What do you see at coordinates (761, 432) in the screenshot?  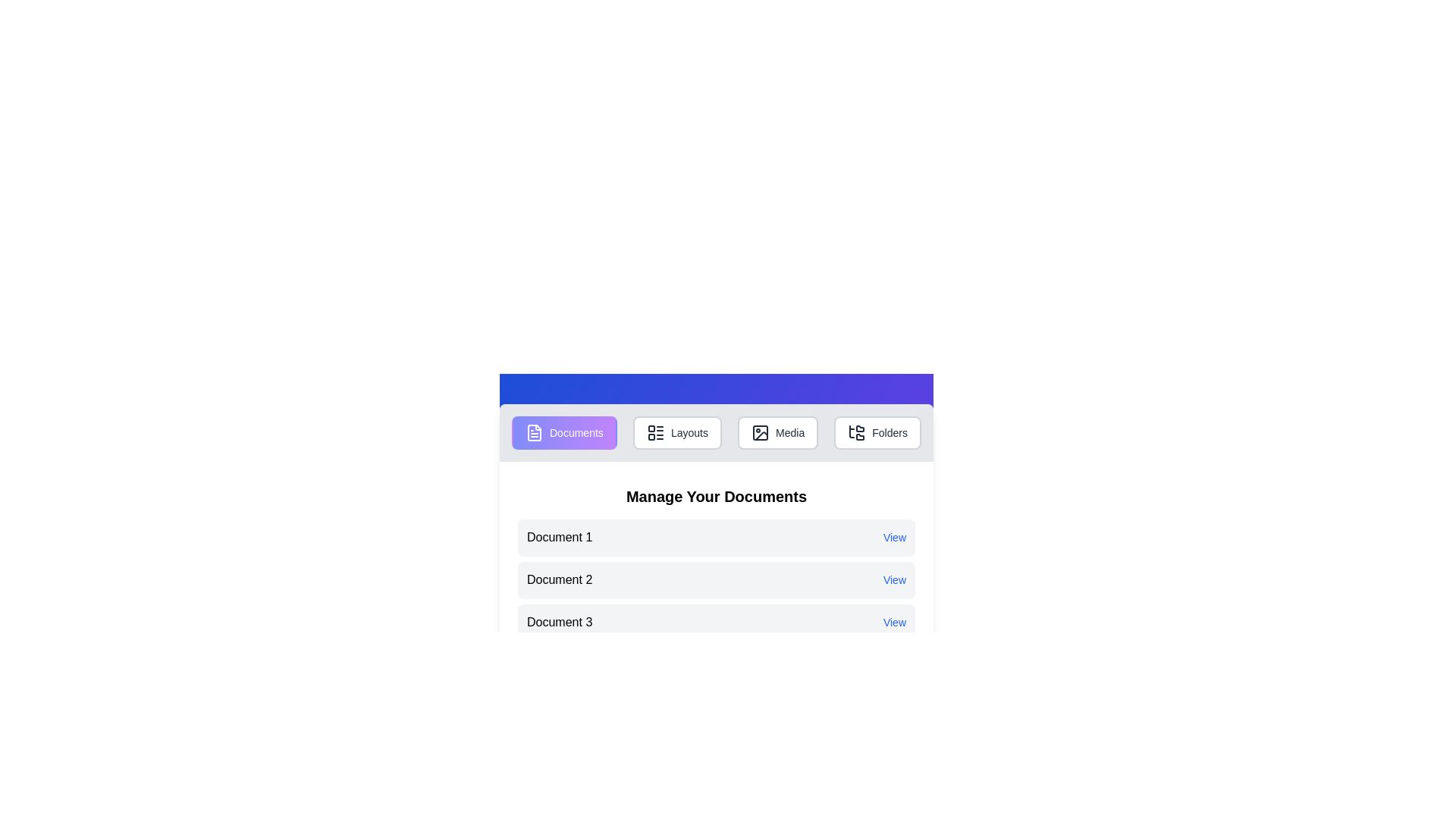 I see `the media icon, which is a simplified representation of an image, located centrally in the navigation row between the 'Layouts' and 'Folders' buttons` at bounding box center [761, 432].